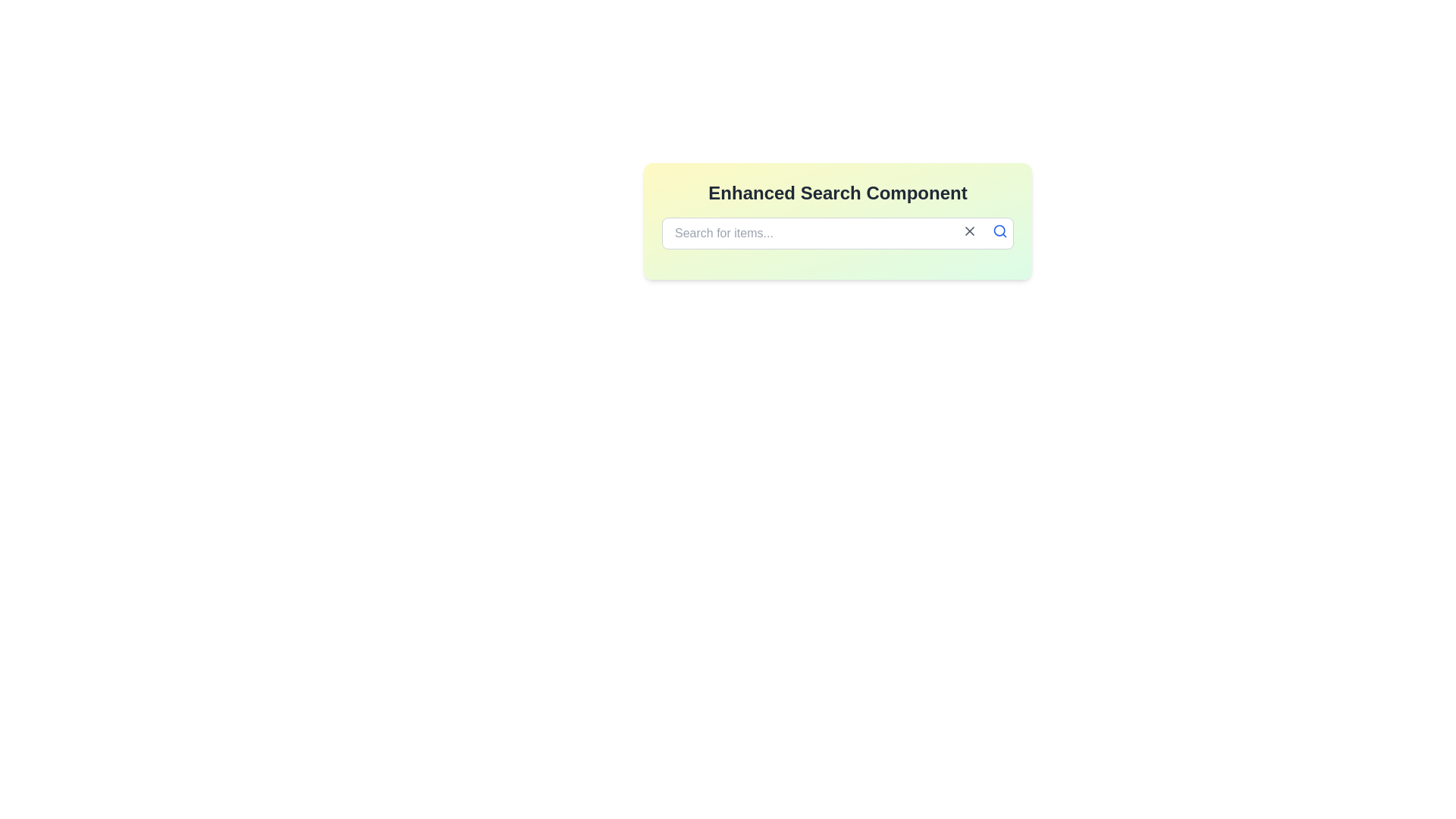  Describe the element at coordinates (968, 231) in the screenshot. I see `the small gray icon resembling a close or cancel symbol` at that location.